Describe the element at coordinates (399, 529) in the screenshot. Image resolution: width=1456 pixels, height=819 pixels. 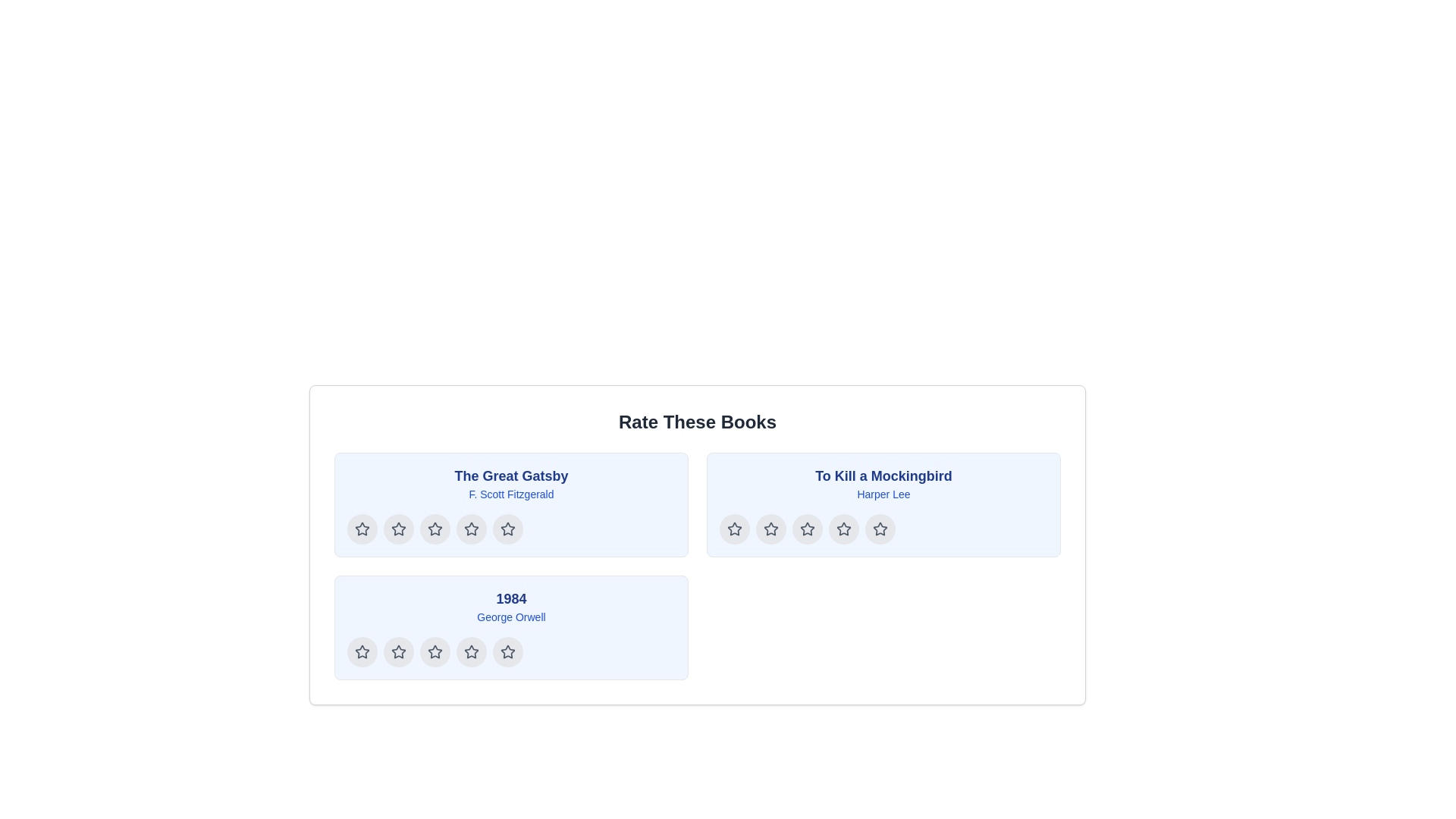
I see `the circular button with a star icon located under the title 'The Great Gatsby' in the 'Rate These Books' interface` at that location.